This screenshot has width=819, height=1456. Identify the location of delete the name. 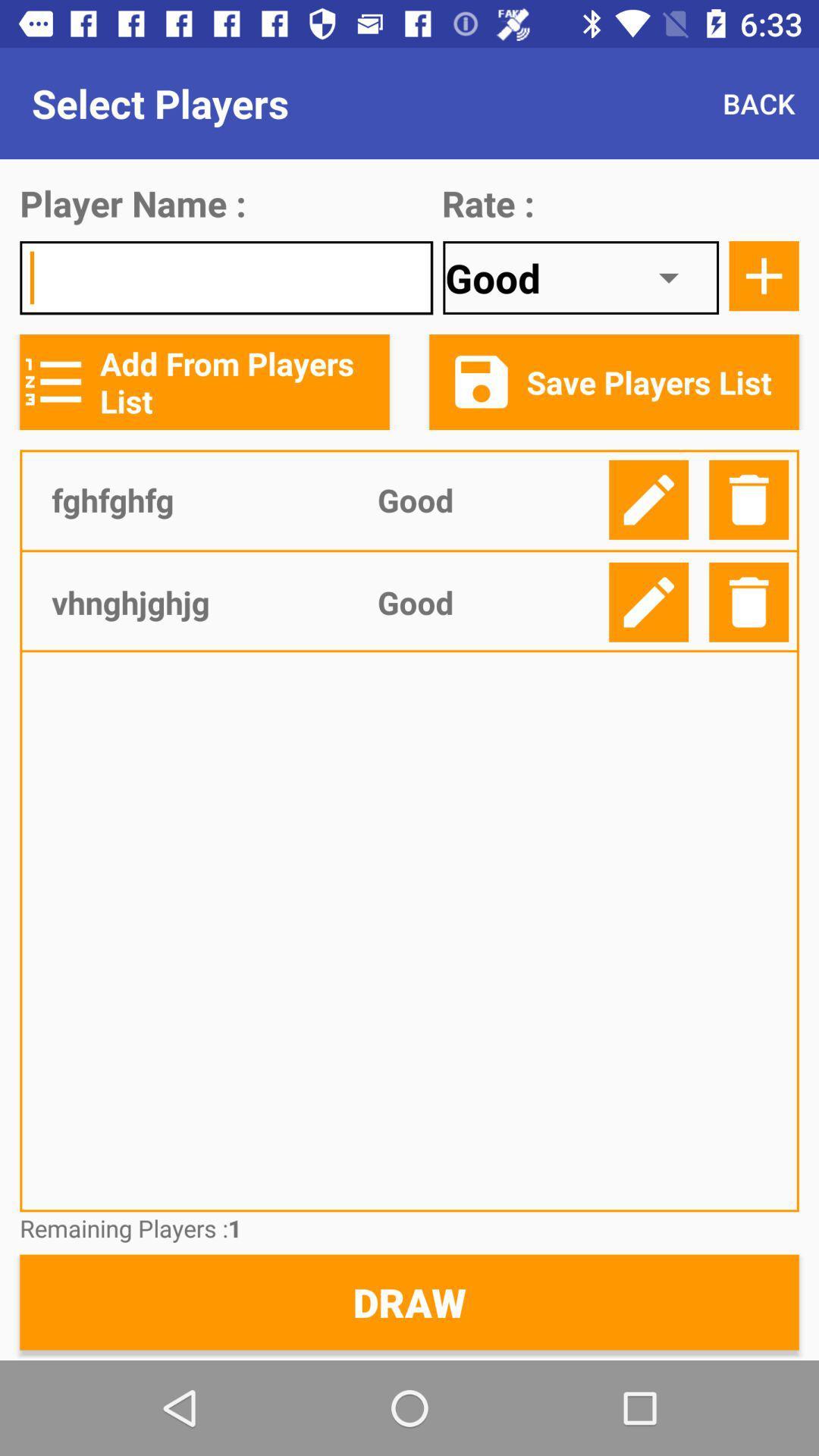
(748, 601).